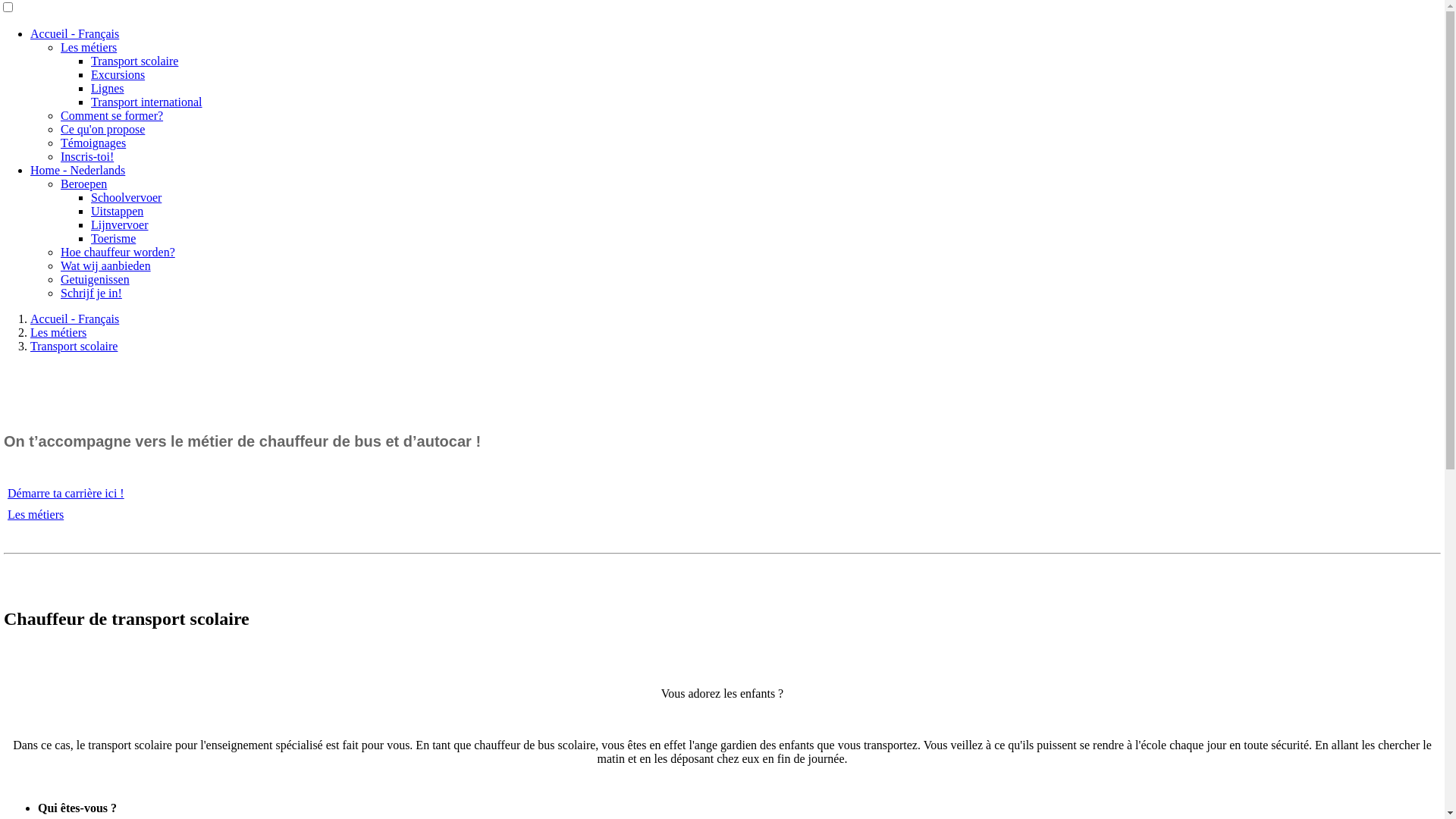 Image resolution: width=1456 pixels, height=819 pixels. What do you see at coordinates (105, 265) in the screenshot?
I see `'Wat wij aanbieden'` at bounding box center [105, 265].